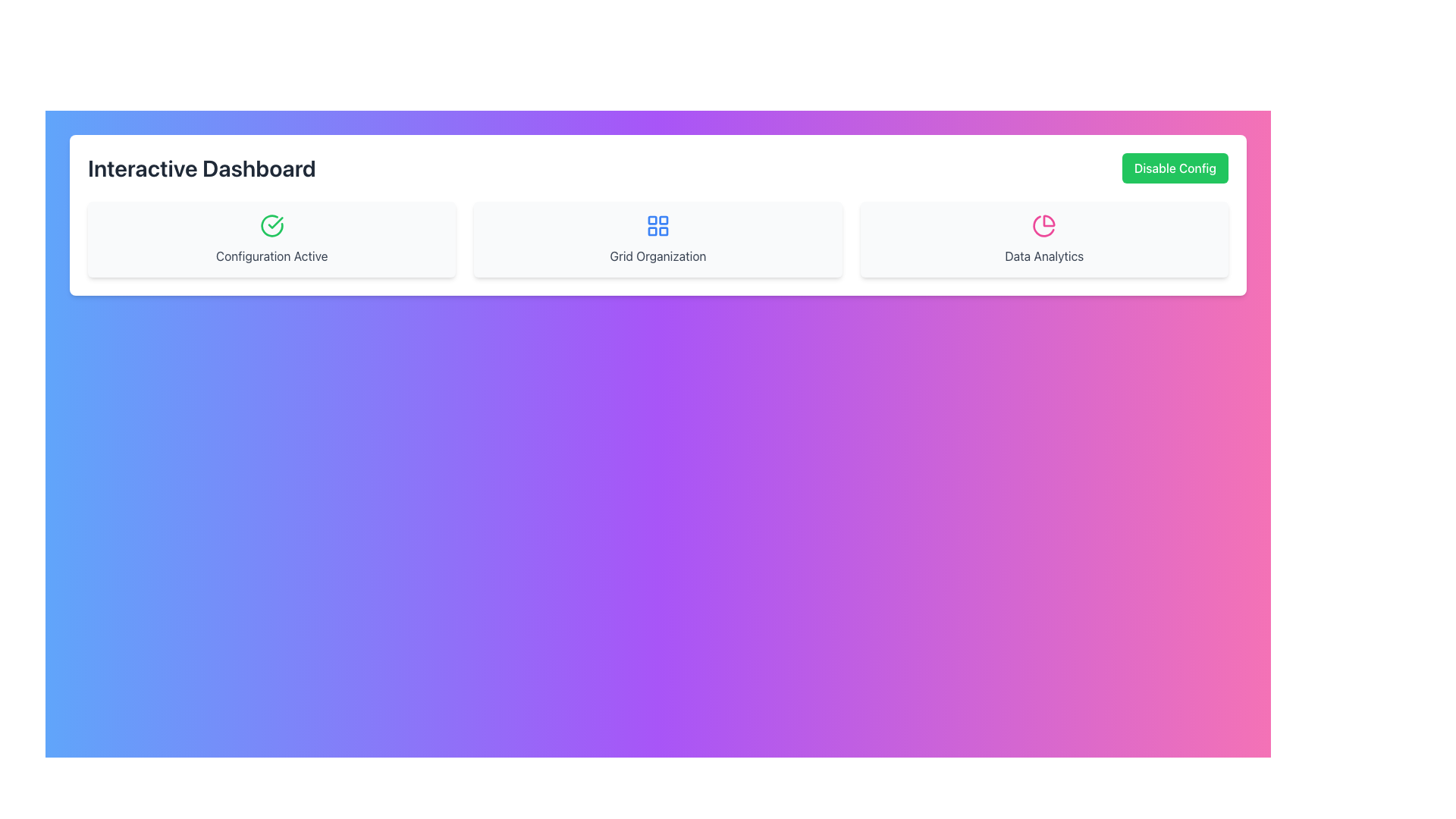 The height and width of the screenshot is (819, 1456). I want to click on the visual representation of the square located in the bottom-left cell of the 2x2 grid within the 'Grid Organization' card, so click(652, 231).